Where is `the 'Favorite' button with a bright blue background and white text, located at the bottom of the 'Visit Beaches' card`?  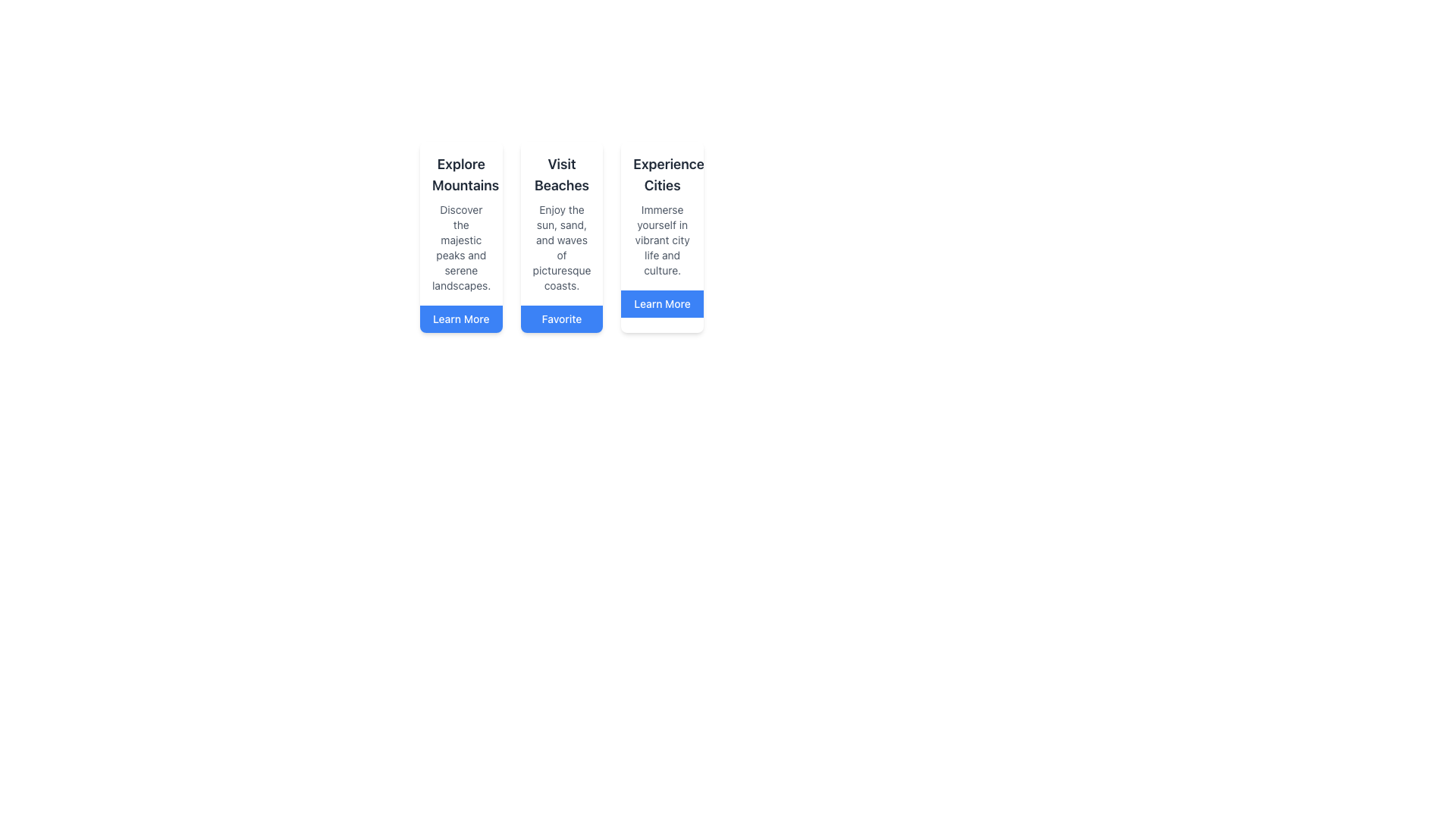 the 'Favorite' button with a bright blue background and white text, located at the bottom of the 'Visit Beaches' card is located at coordinates (560, 318).